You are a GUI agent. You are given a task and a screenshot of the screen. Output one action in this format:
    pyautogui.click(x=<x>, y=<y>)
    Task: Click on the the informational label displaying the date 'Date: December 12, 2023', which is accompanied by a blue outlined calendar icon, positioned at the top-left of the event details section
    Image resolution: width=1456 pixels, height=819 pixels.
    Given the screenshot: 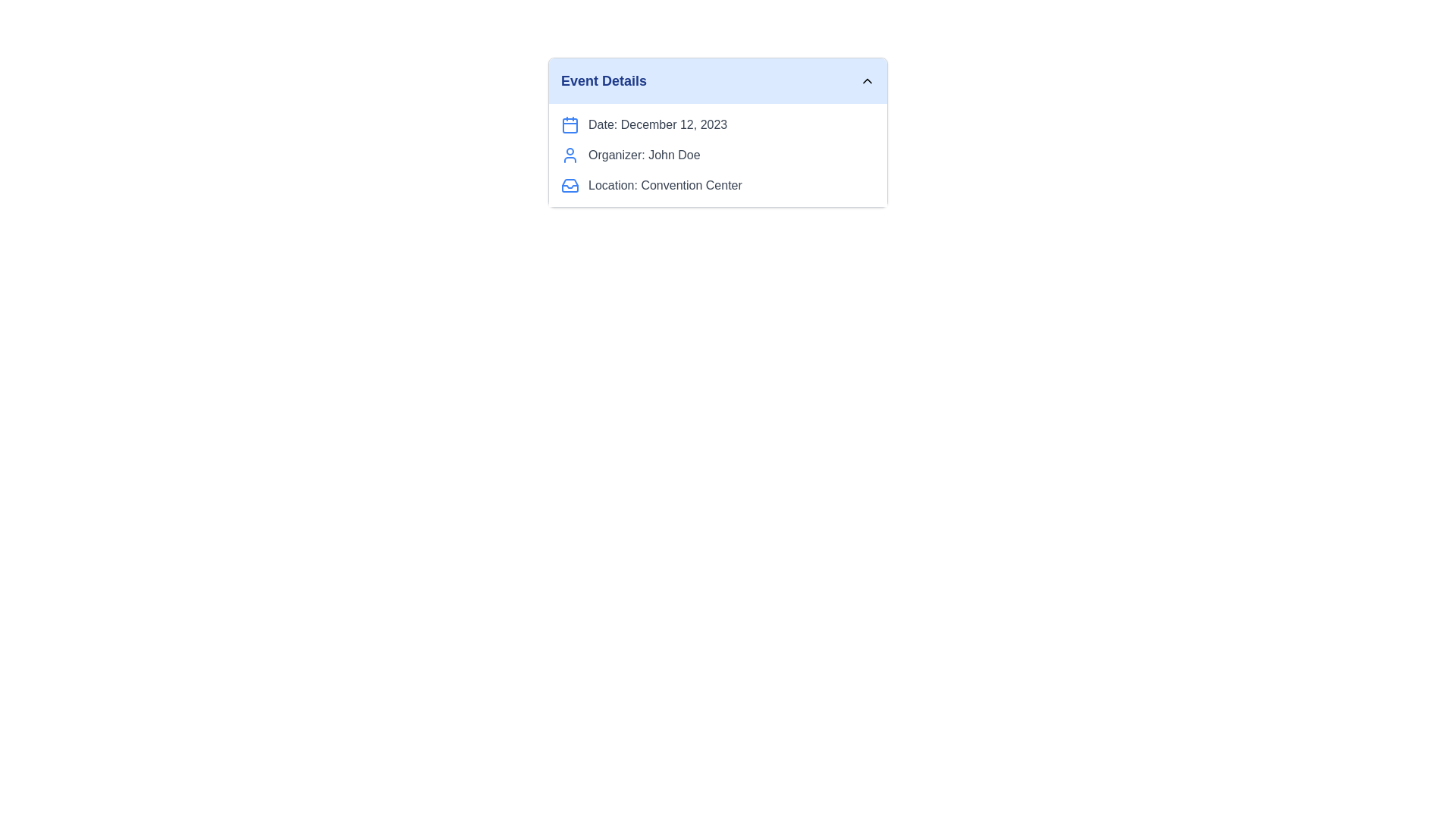 What is the action you would take?
    pyautogui.click(x=717, y=124)
    